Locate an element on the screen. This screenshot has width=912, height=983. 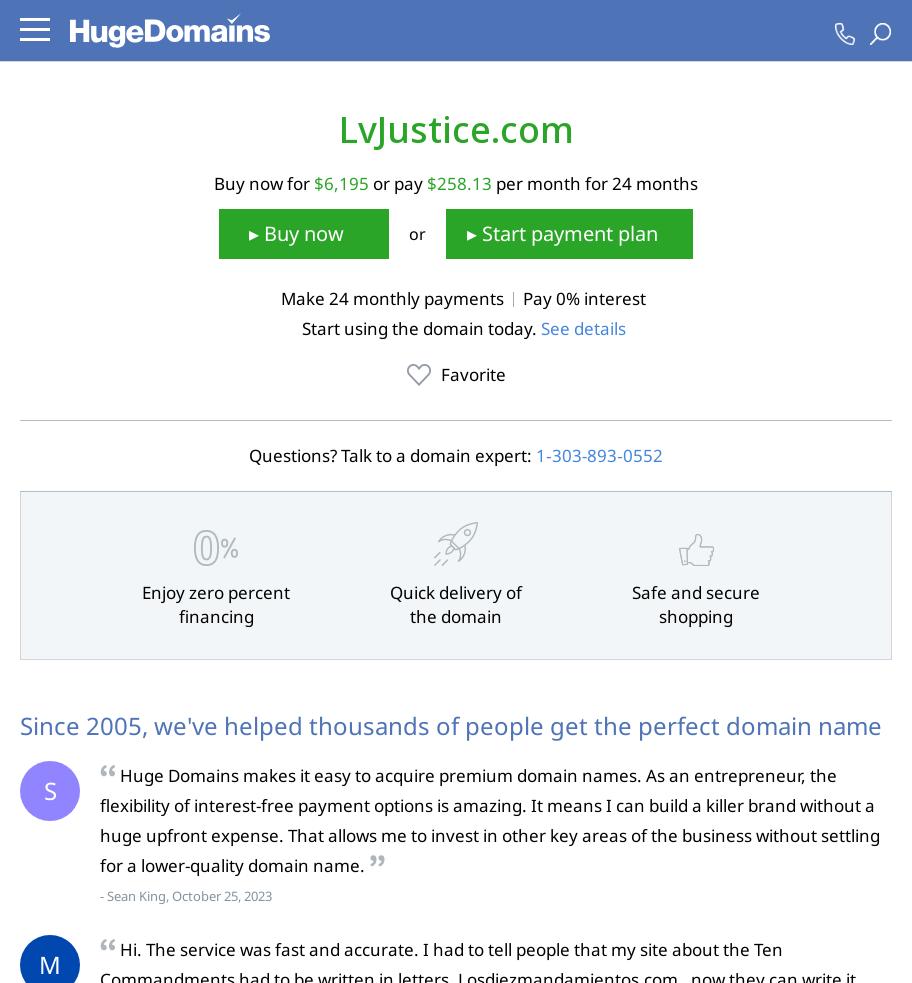
'1‑303‑893‑0552' is located at coordinates (598, 454).